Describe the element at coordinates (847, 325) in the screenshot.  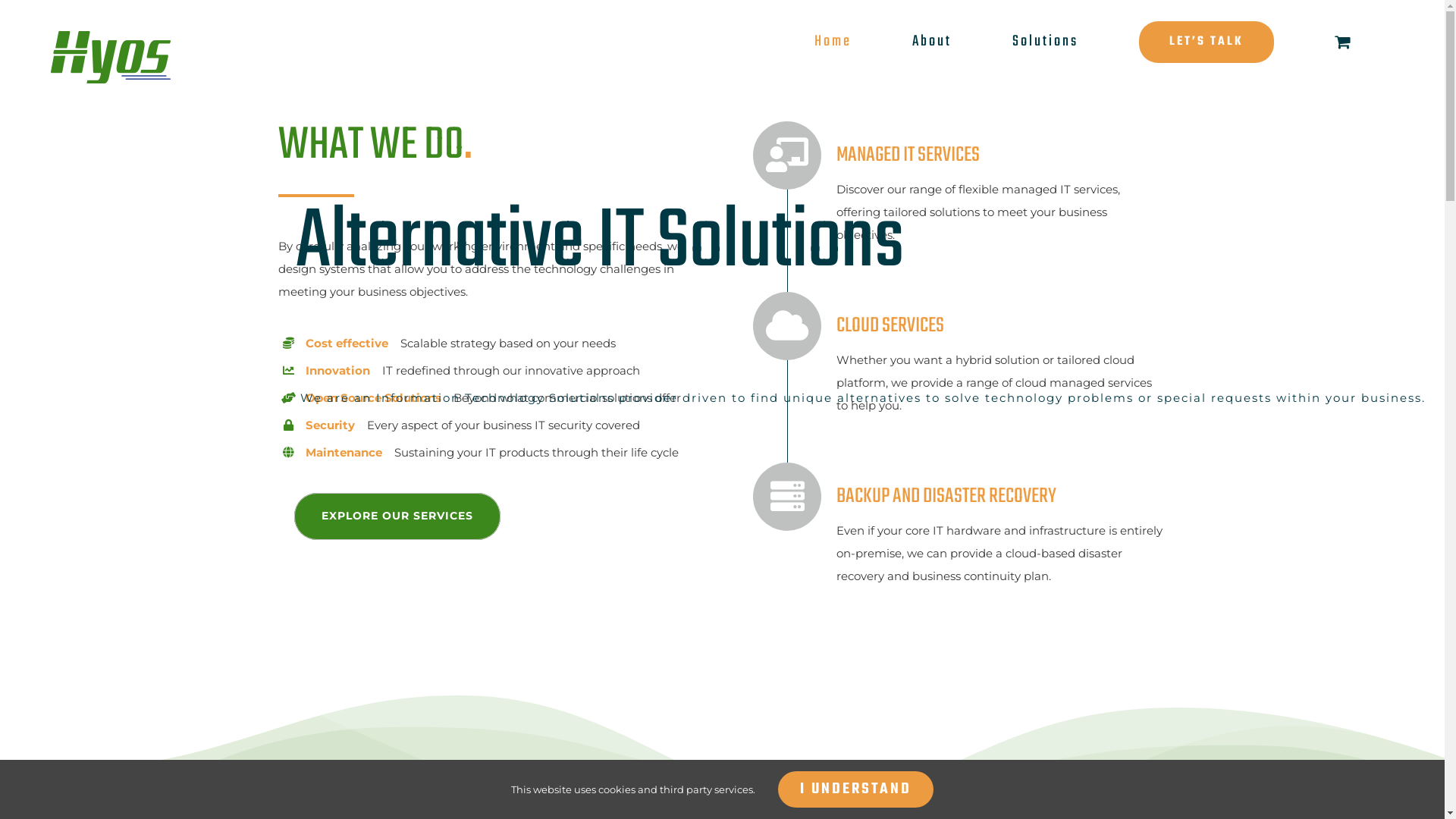
I see `'CLOUD SERVICES'` at that location.